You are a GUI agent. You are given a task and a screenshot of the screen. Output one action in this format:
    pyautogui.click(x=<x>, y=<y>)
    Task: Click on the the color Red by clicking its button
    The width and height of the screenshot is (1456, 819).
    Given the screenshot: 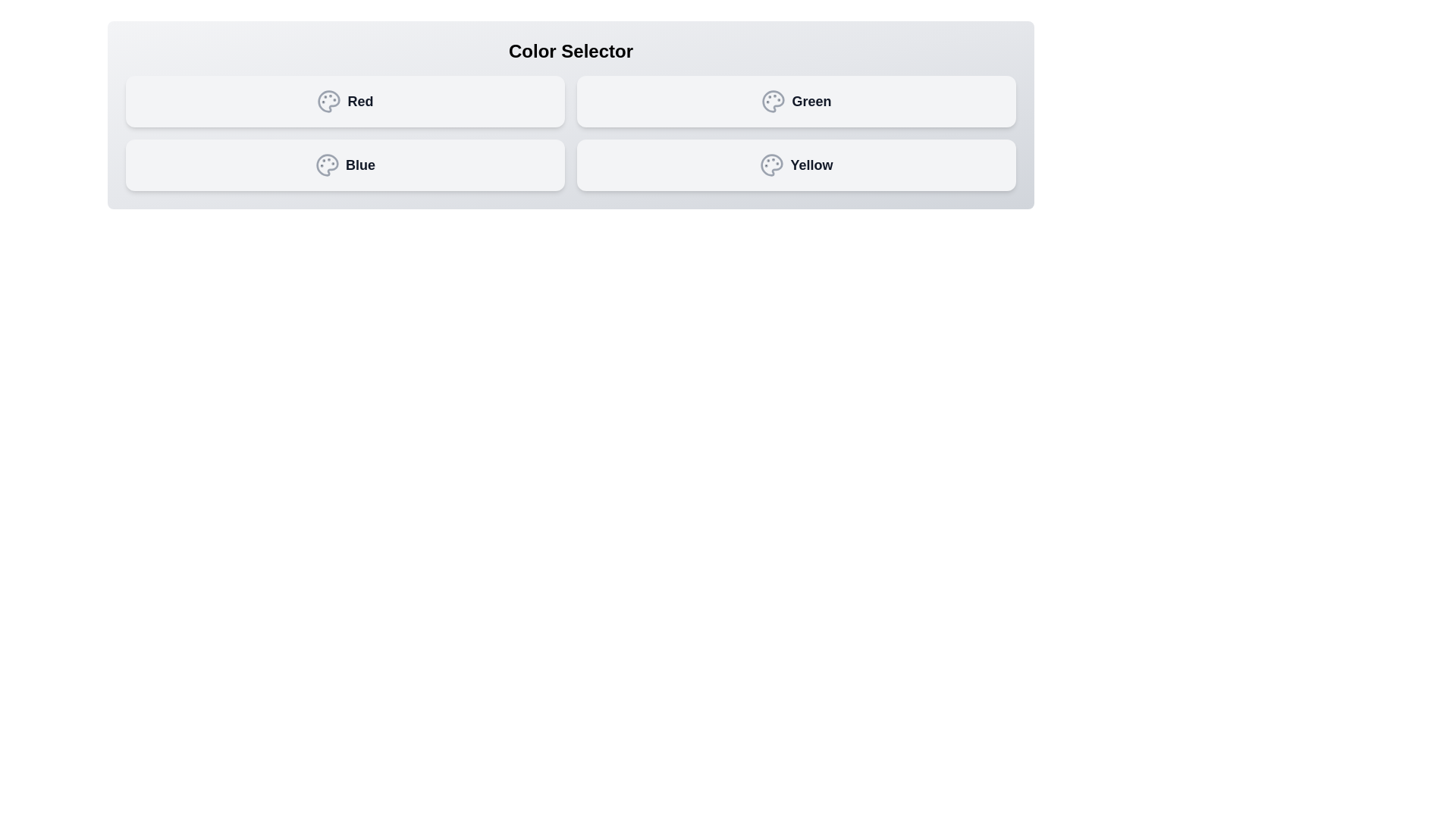 What is the action you would take?
    pyautogui.click(x=344, y=102)
    